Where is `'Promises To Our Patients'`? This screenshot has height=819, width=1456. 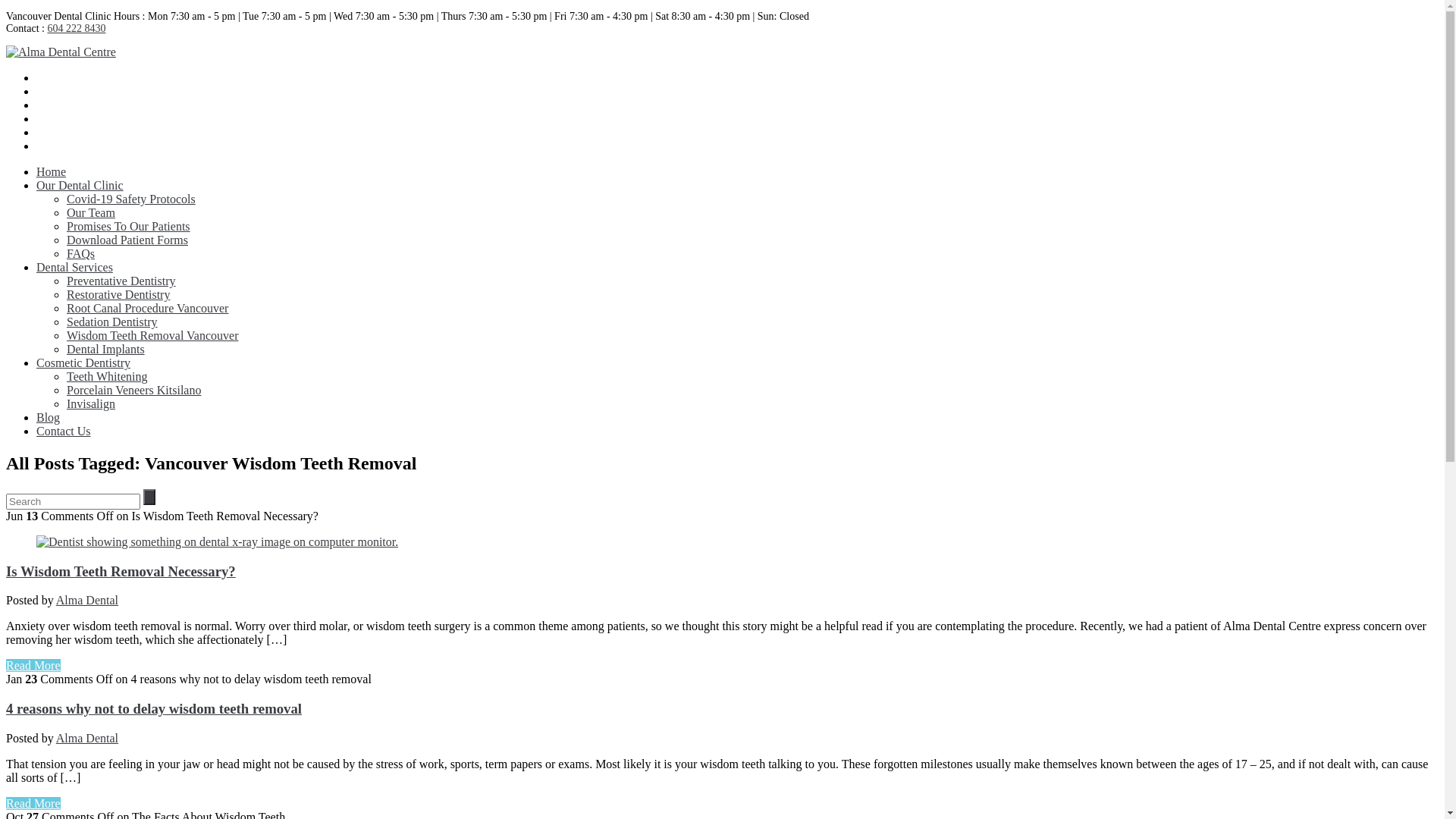 'Promises To Our Patients' is located at coordinates (128, 226).